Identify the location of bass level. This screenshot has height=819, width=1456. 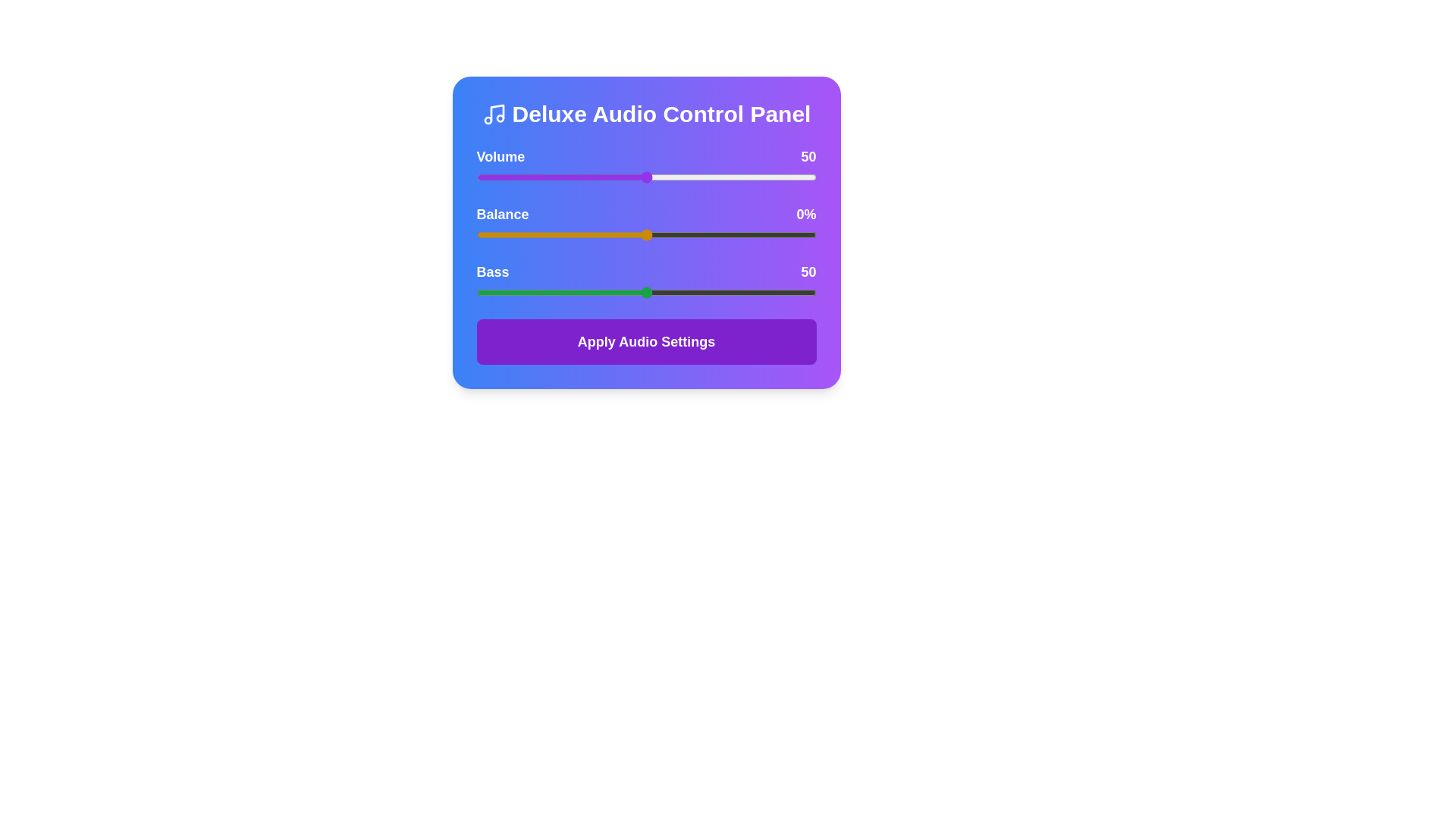
(735, 292).